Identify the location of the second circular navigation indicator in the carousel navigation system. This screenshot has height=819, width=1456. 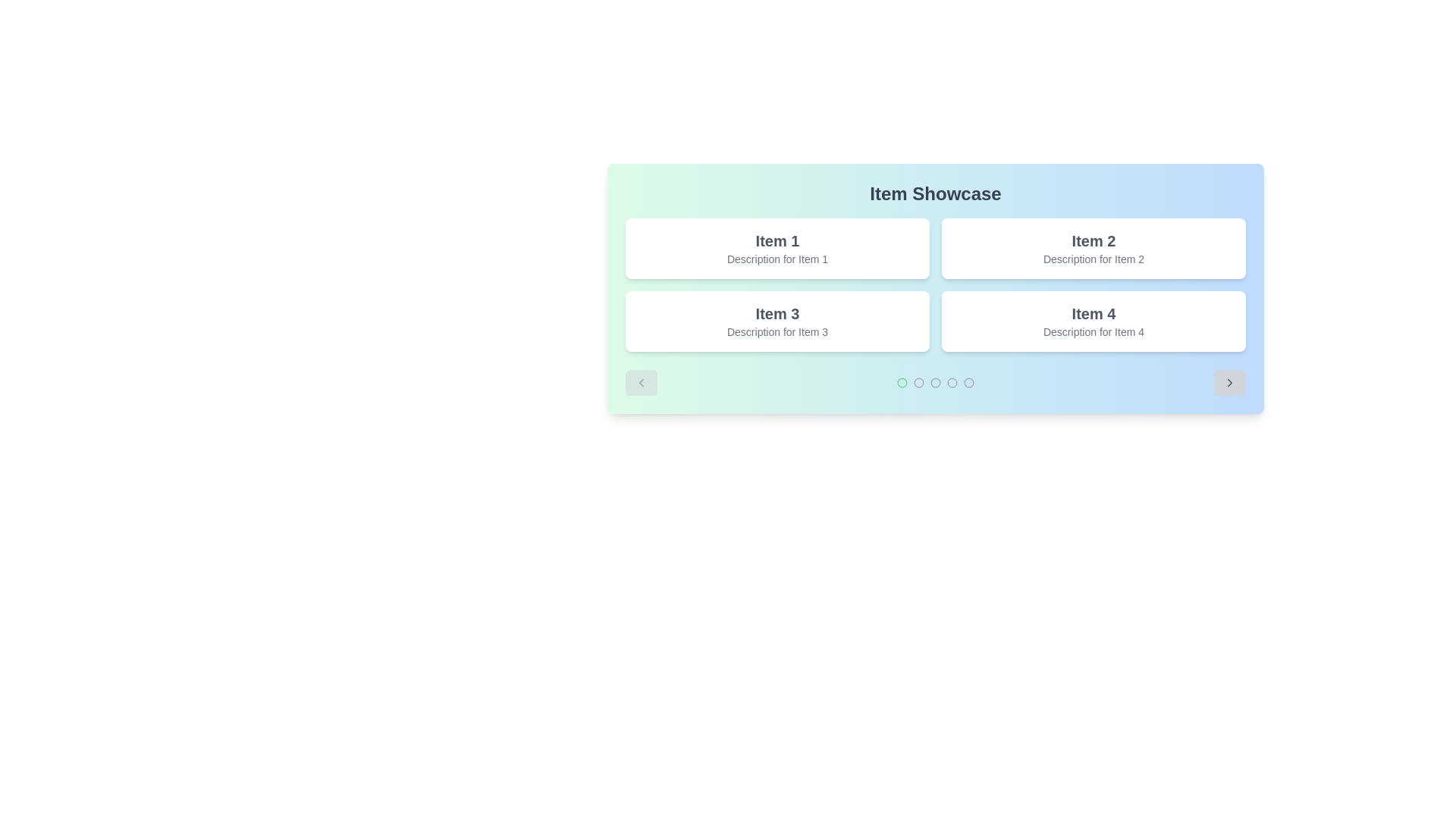
(918, 382).